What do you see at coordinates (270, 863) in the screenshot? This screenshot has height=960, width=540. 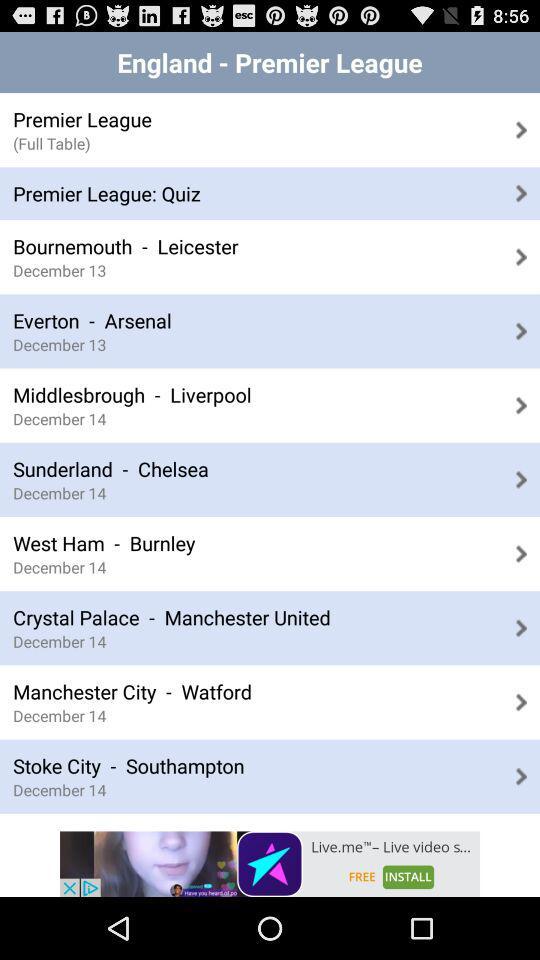 I see `install` at bounding box center [270, 863].